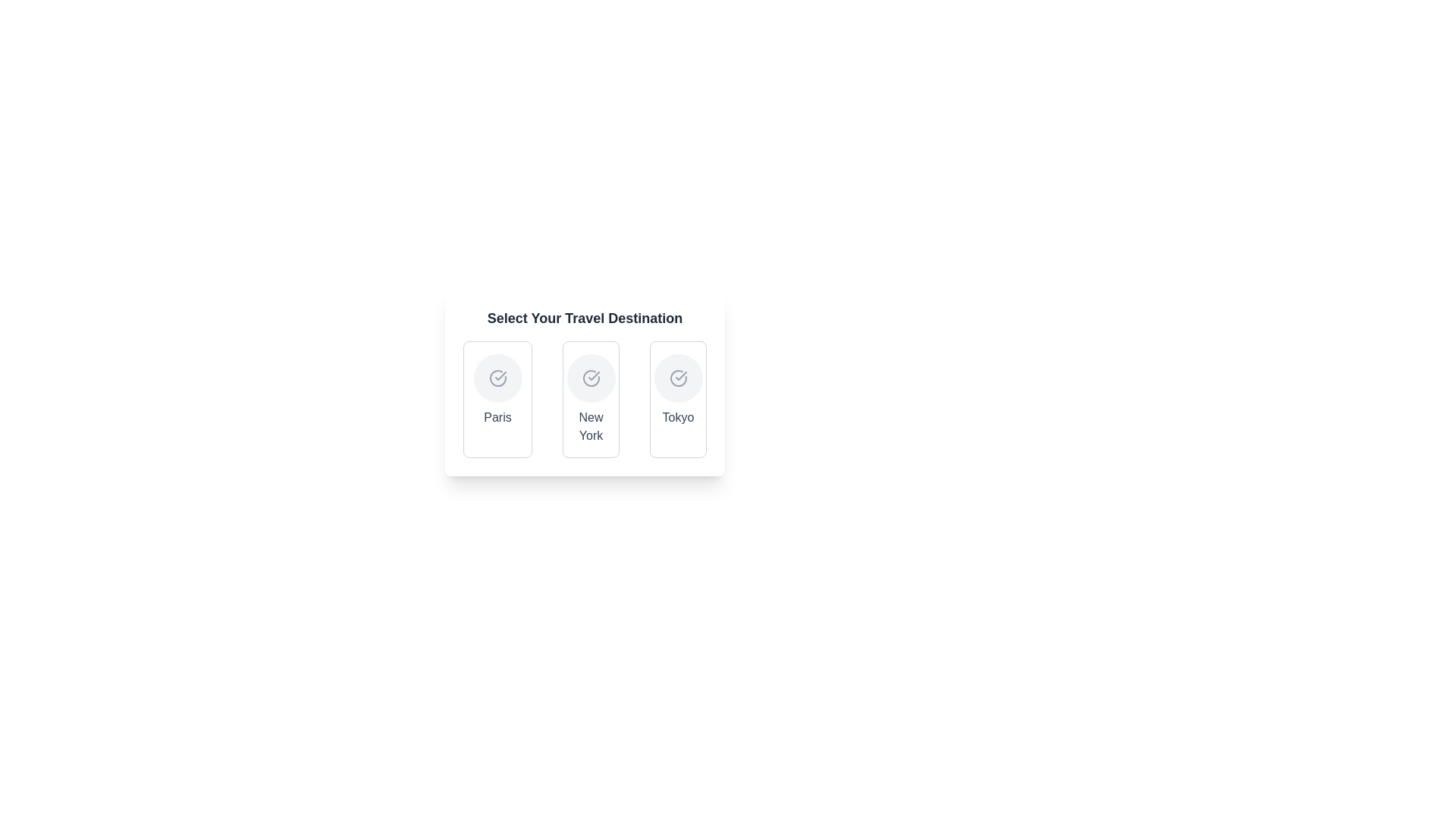 This screenshot has height=819, width=1456. What do you see at coordinates (590, 377) in the screenshot?
I see `the circular UI component with a light gray checkmark icon that is positioned directly above the text 'New York.'` at bounding box center [590, 377].